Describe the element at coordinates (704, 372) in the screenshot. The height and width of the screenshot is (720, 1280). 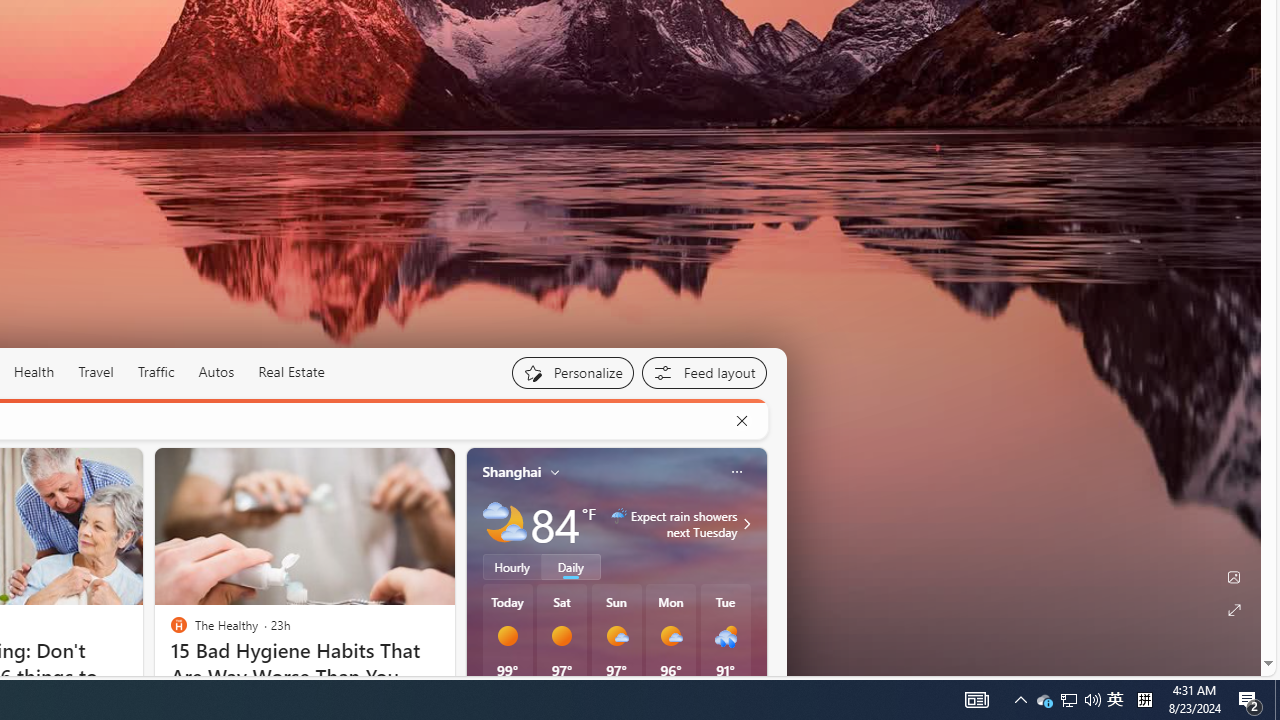
I see `'Feed settings'` at that location.